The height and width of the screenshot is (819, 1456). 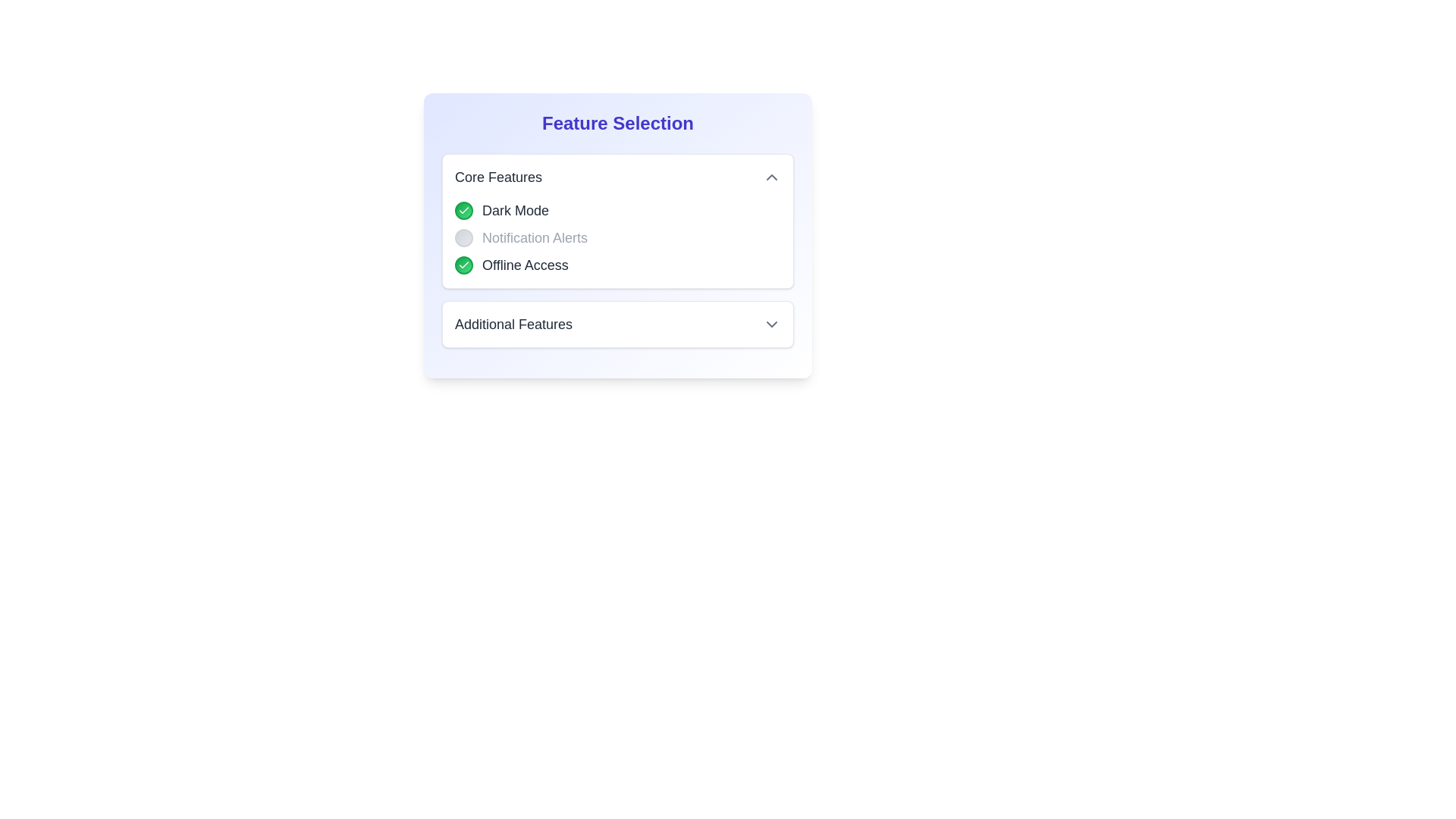 What do you see at coordinates (463, 265) in the screenshot?
I see `the check mark icon with a rounded appearance and green background next to 'Offline Access' in the 'Core Features' list` at bounding box center [463, 265].